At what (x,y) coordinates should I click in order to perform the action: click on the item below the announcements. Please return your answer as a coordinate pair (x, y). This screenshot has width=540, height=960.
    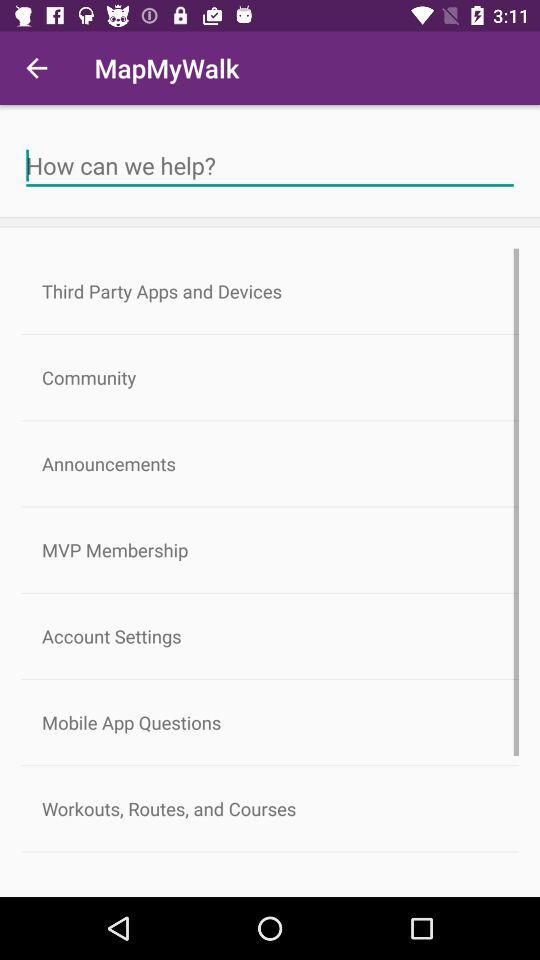
    Looking at the image, I should click on (270, 550).